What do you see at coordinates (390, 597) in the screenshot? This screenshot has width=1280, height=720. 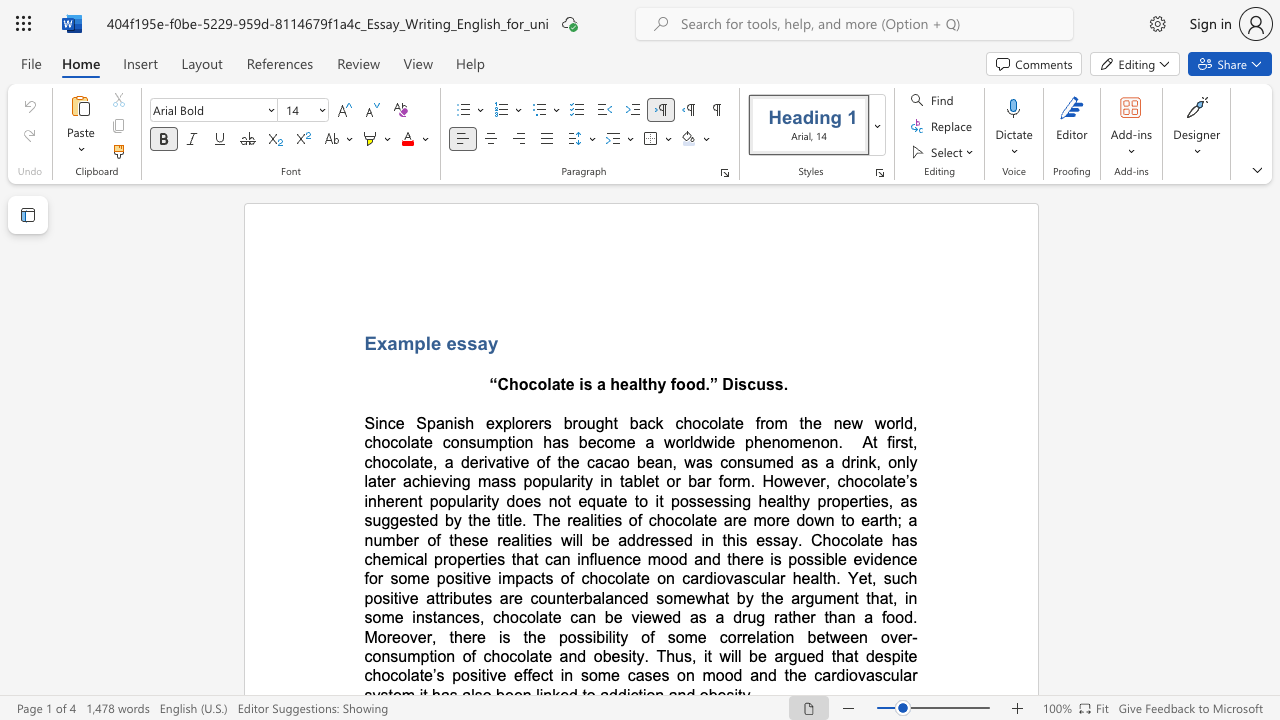 I see `the subset text "itive" within the text "for some positive impacts of chocolate on cardiovascular health. Yet, such positive attributes are counterbalanced"` at bounding box center [390, 597].